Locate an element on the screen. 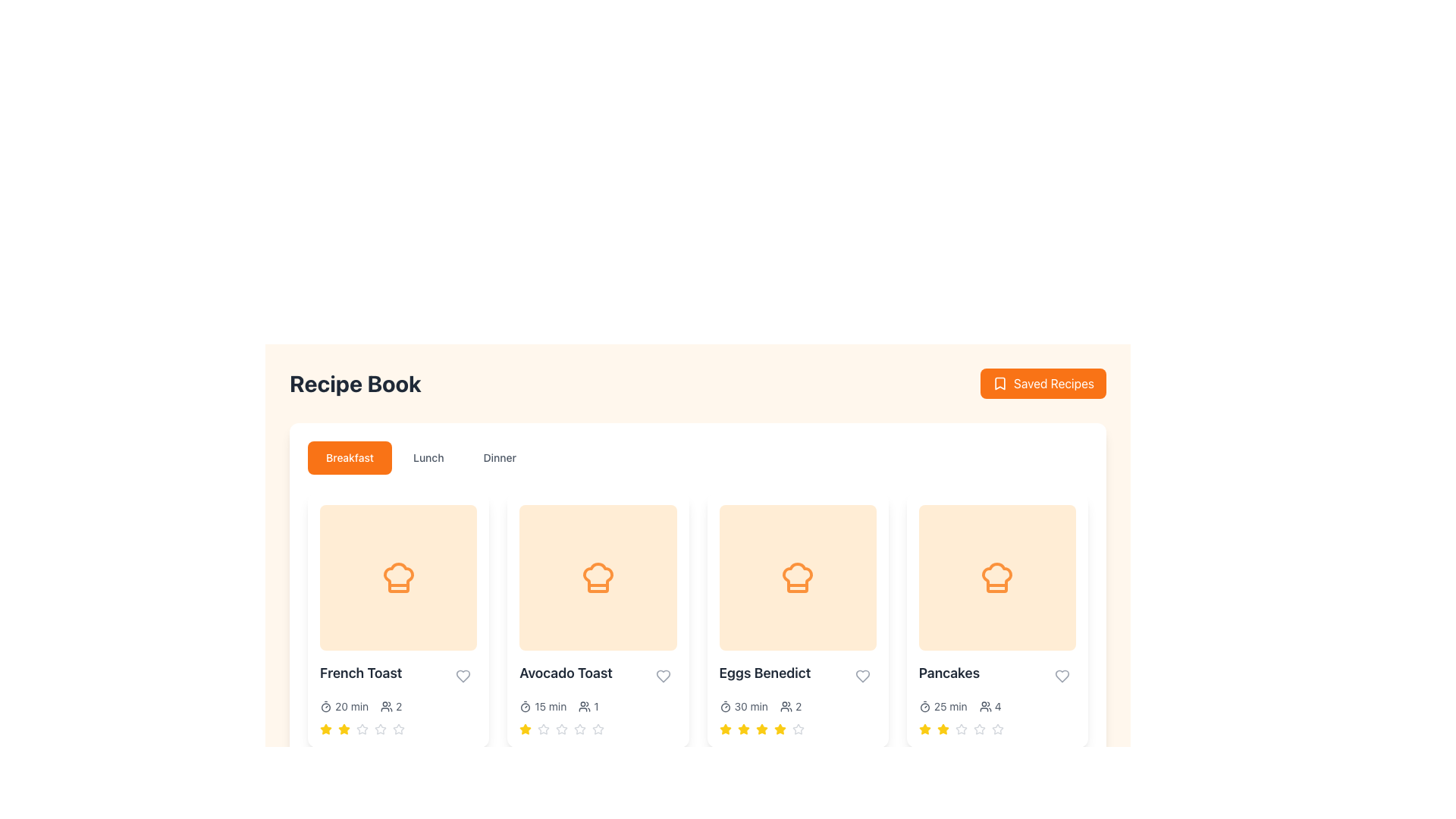  the label that indicates the preparation time for the recipe, located below the 'Avocado Toast' section and next to a clock icon is located at coordinates (550, 707).